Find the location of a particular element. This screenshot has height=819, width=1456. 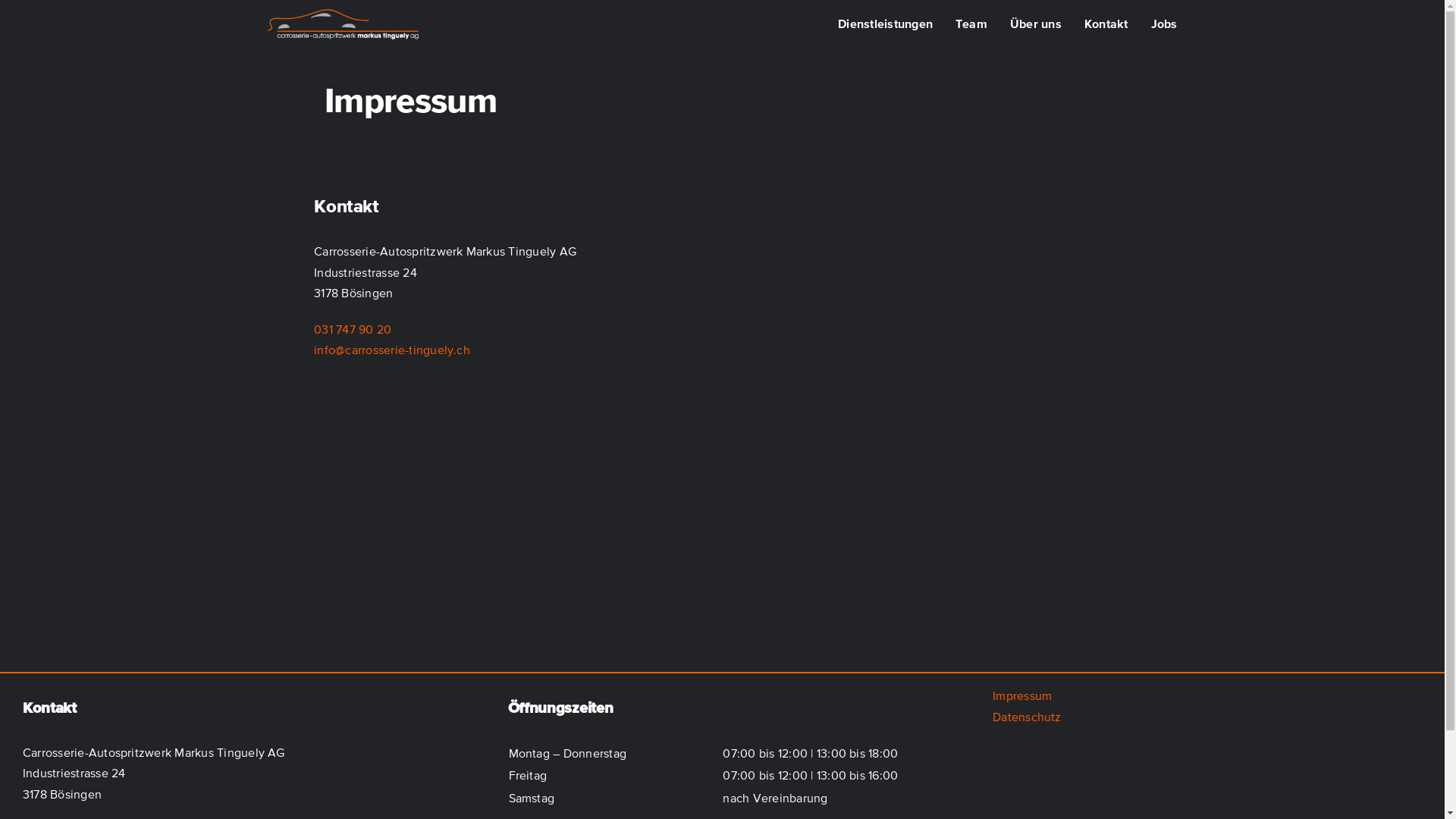

'Team' is located at coordinates (954, 24).